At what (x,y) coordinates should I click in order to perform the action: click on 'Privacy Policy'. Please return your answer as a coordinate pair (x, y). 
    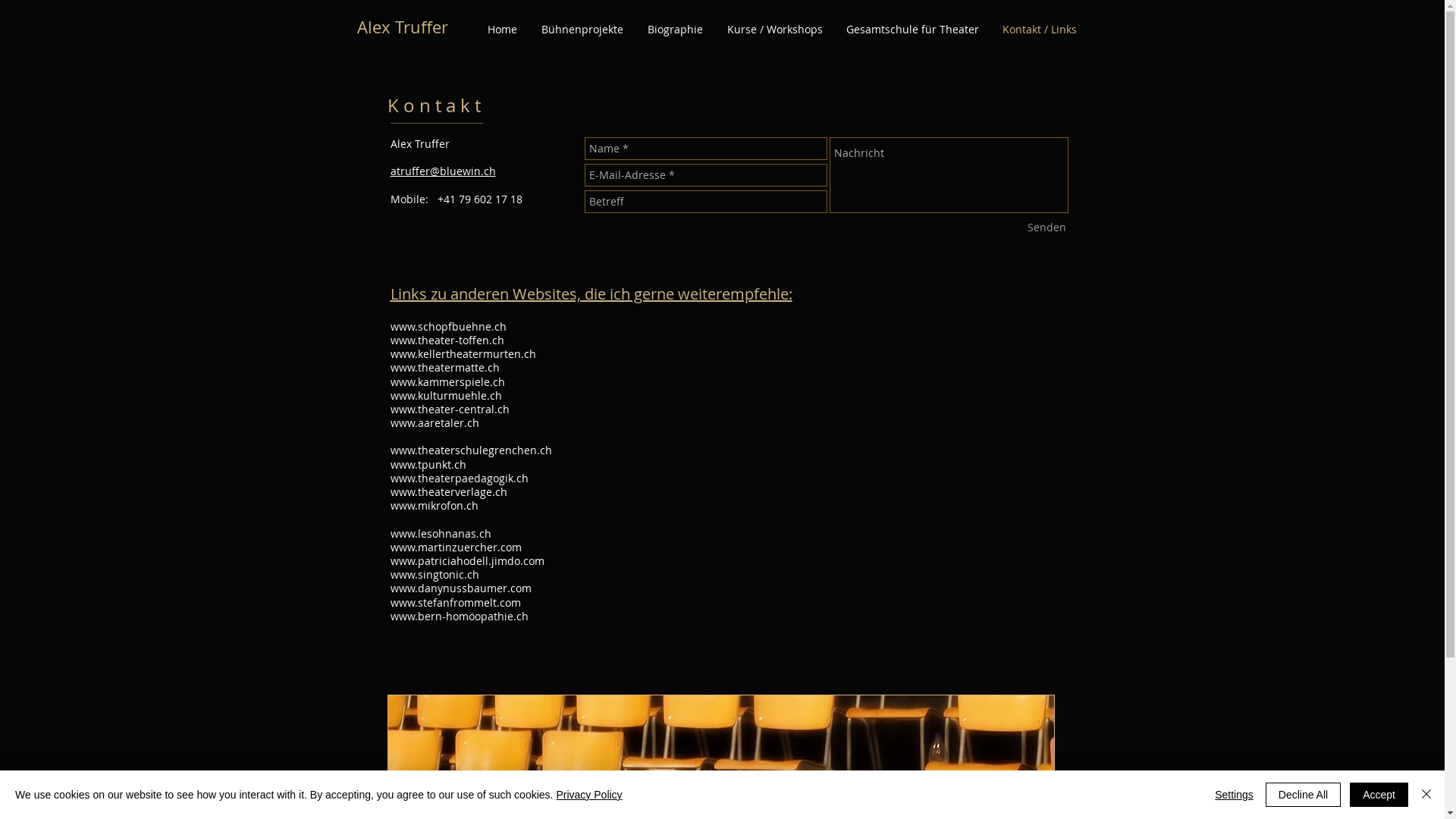
    Looking at the image, I should click on (555, 794).